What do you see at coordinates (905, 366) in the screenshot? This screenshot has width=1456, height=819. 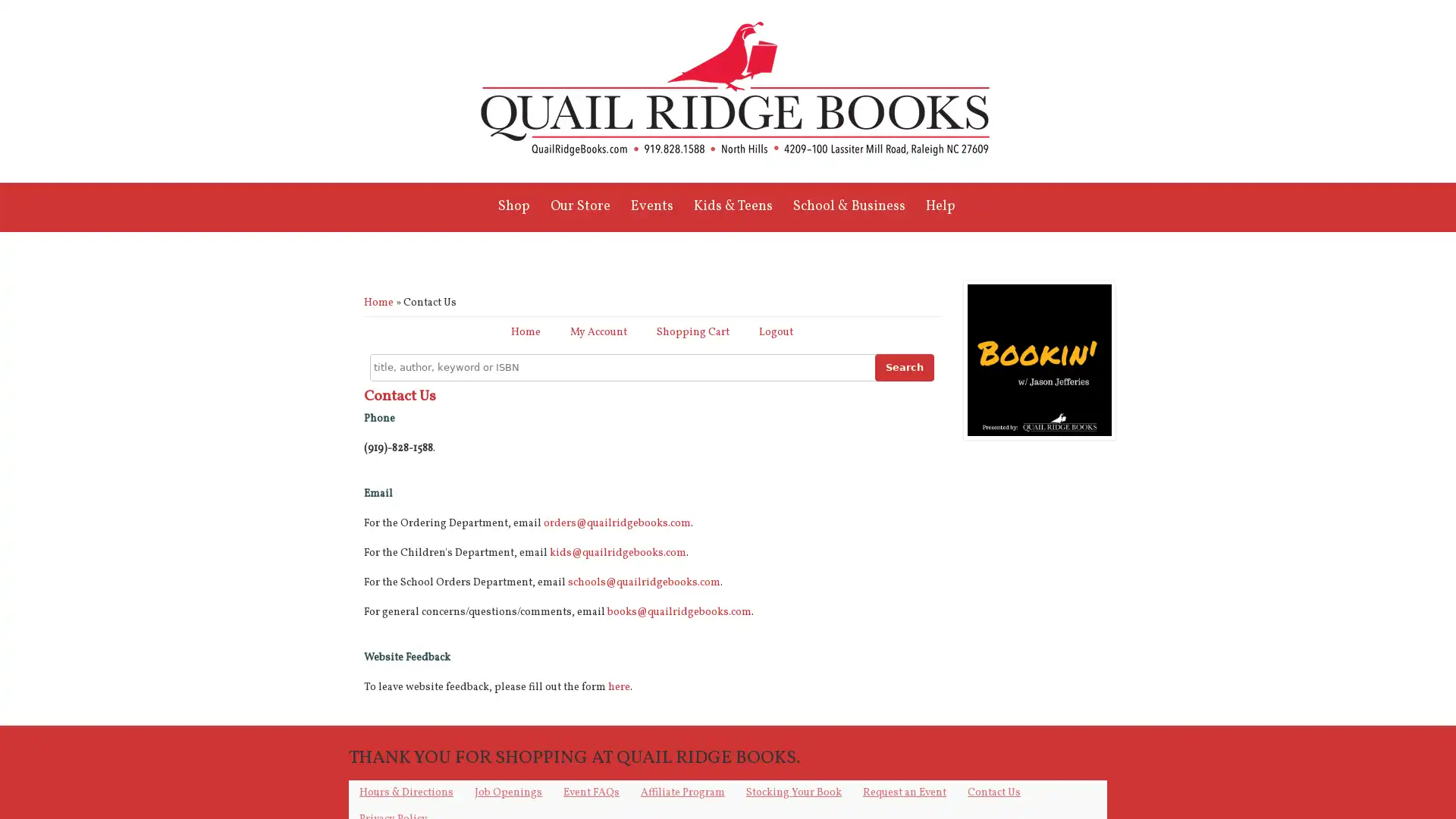 I see `Search` at bounding box center [905, 366].